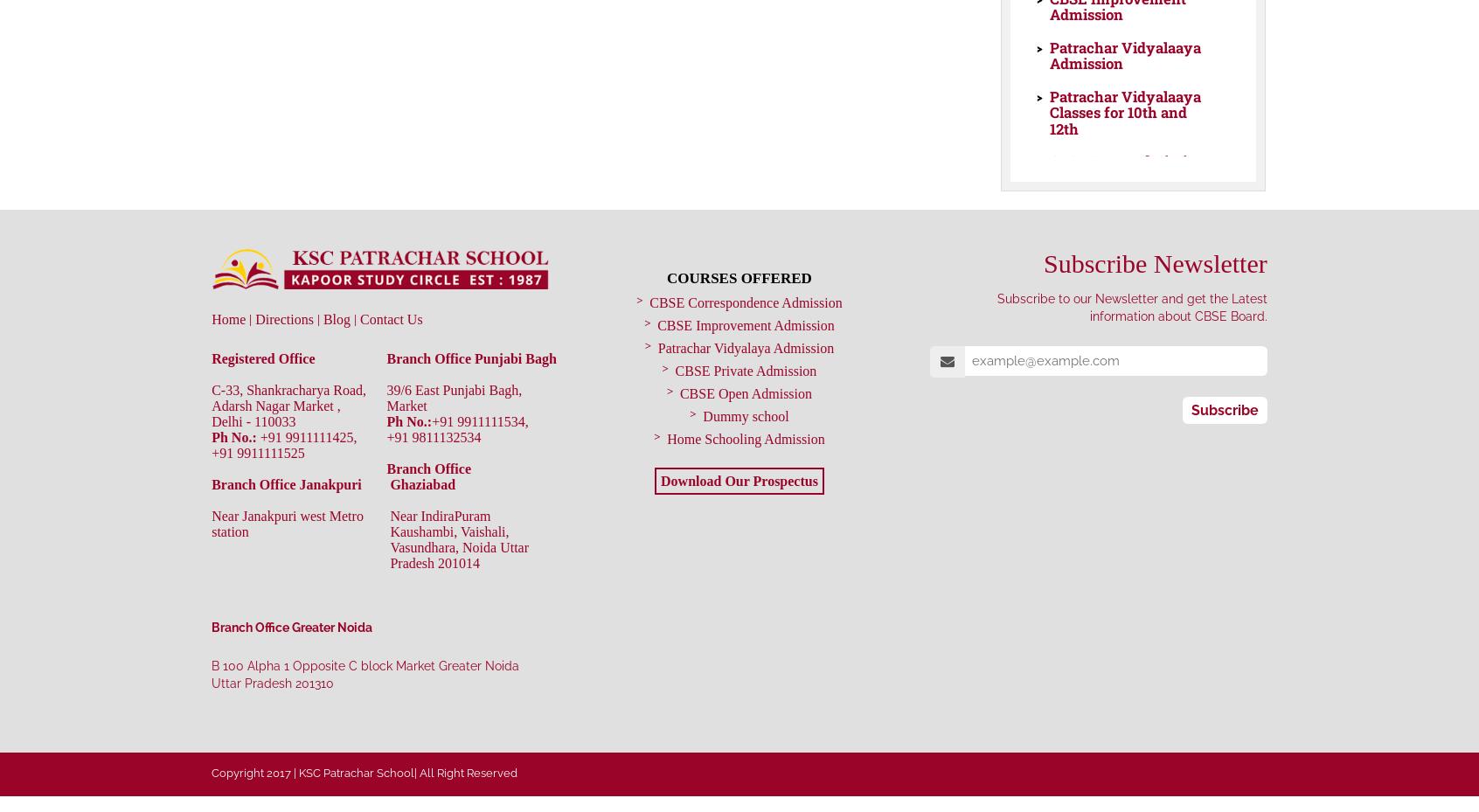 This screenshot has height=812, width=1479. Describe the element at coordinates (744, 347) in the screenshot. I see `'Patrachar Vidyalaya Admission'` at that location.